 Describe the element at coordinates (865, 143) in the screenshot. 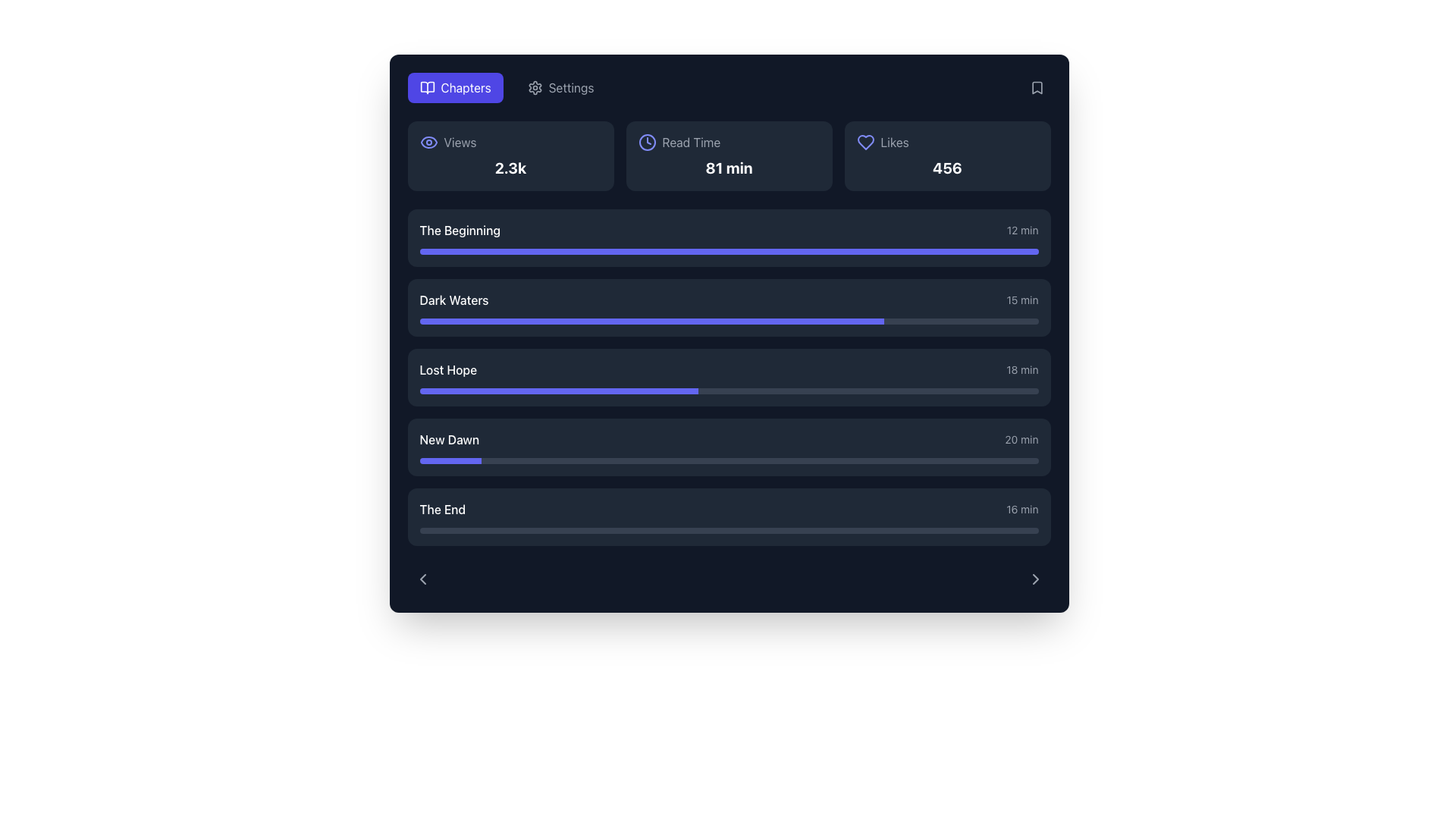

I see `the 'Likes' icon located in the top row of the dashboard interface, next to the text marked 'Likes' and the numerical value '456'` at that location.